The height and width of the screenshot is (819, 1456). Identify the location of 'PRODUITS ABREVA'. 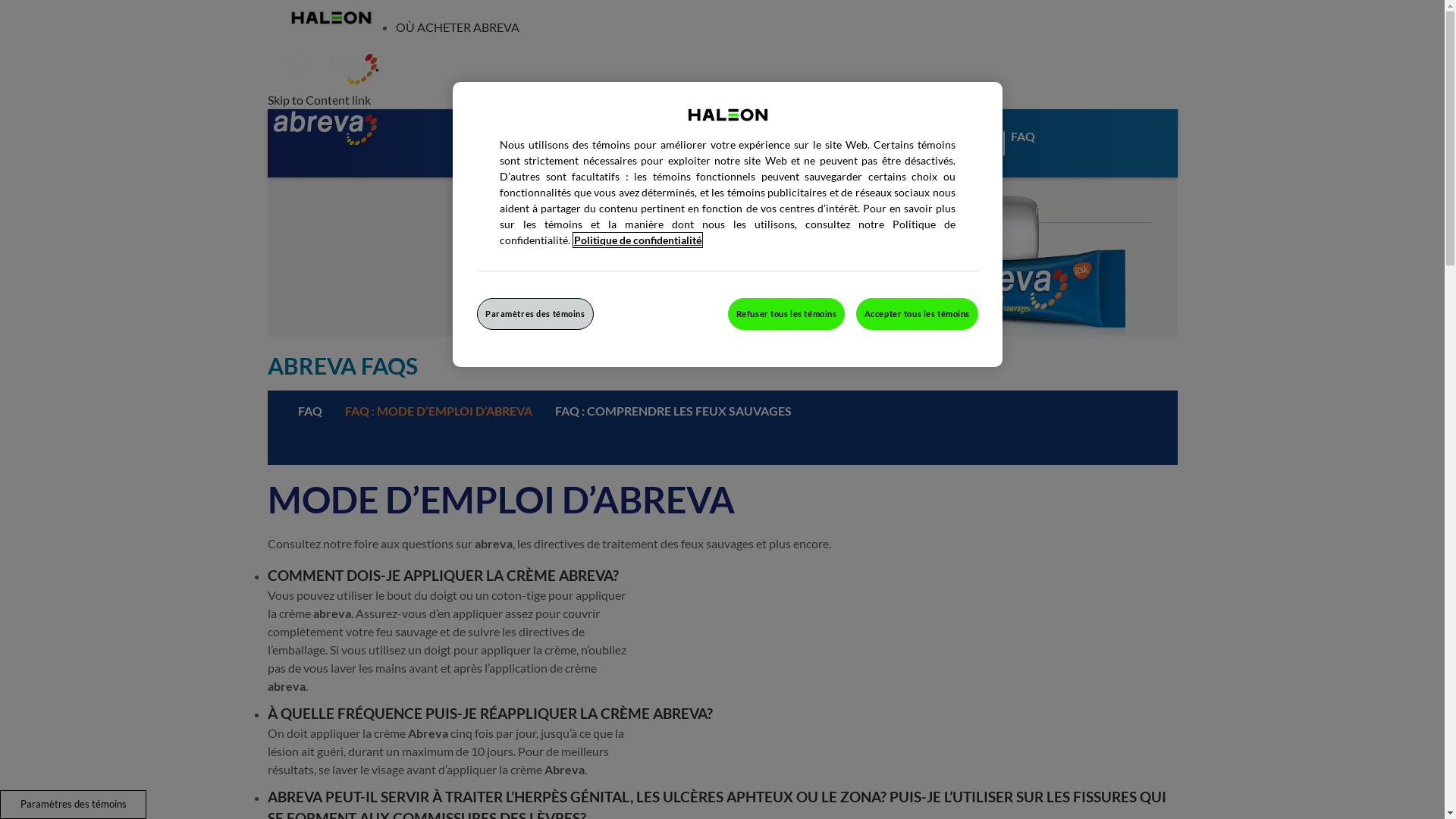
(527, 154).